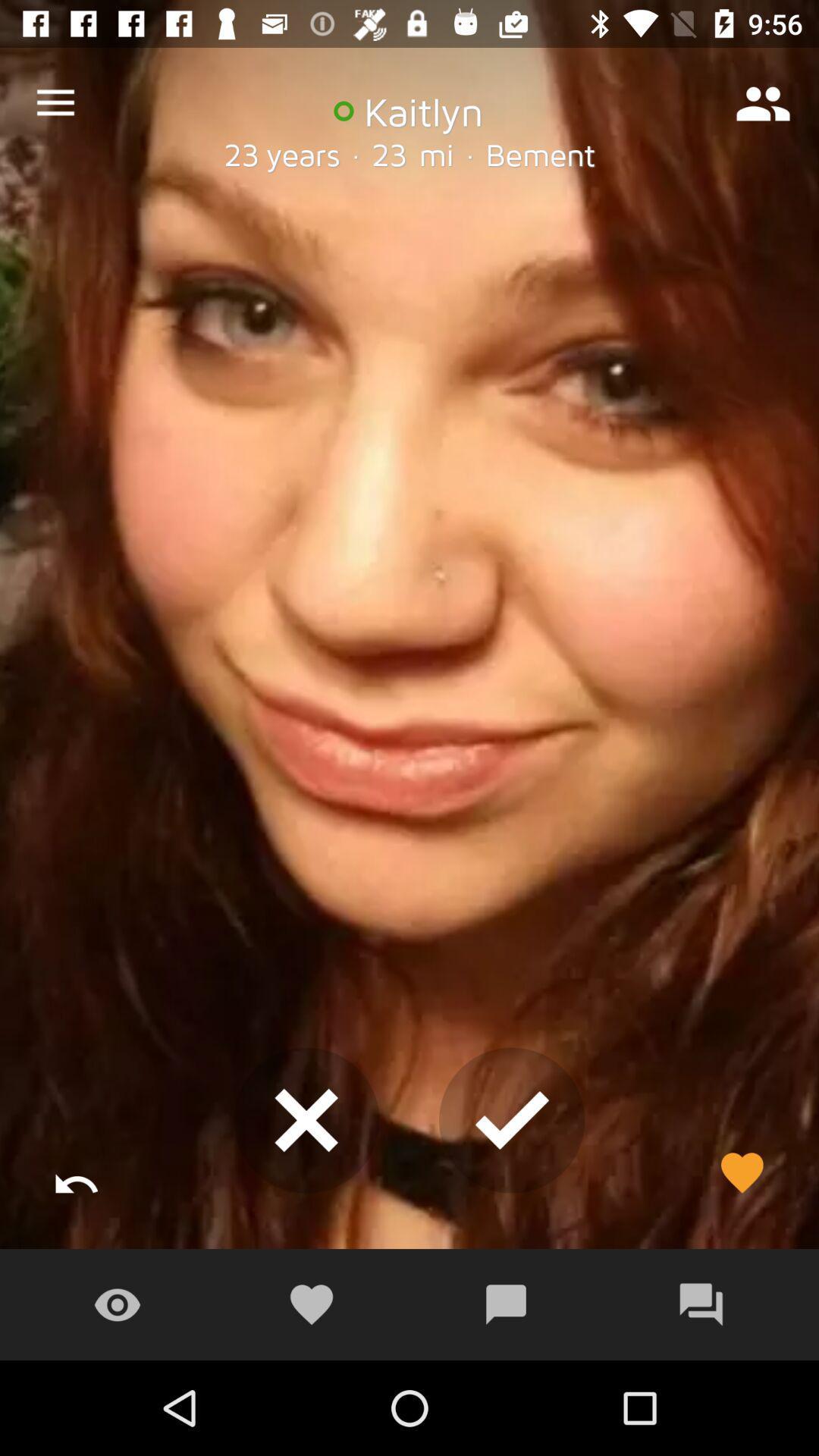 This screenshot has height=1456, width=819. Describe the element at coordinates (77, 1172) in the screenshot. I see `the undo icon` at that location.